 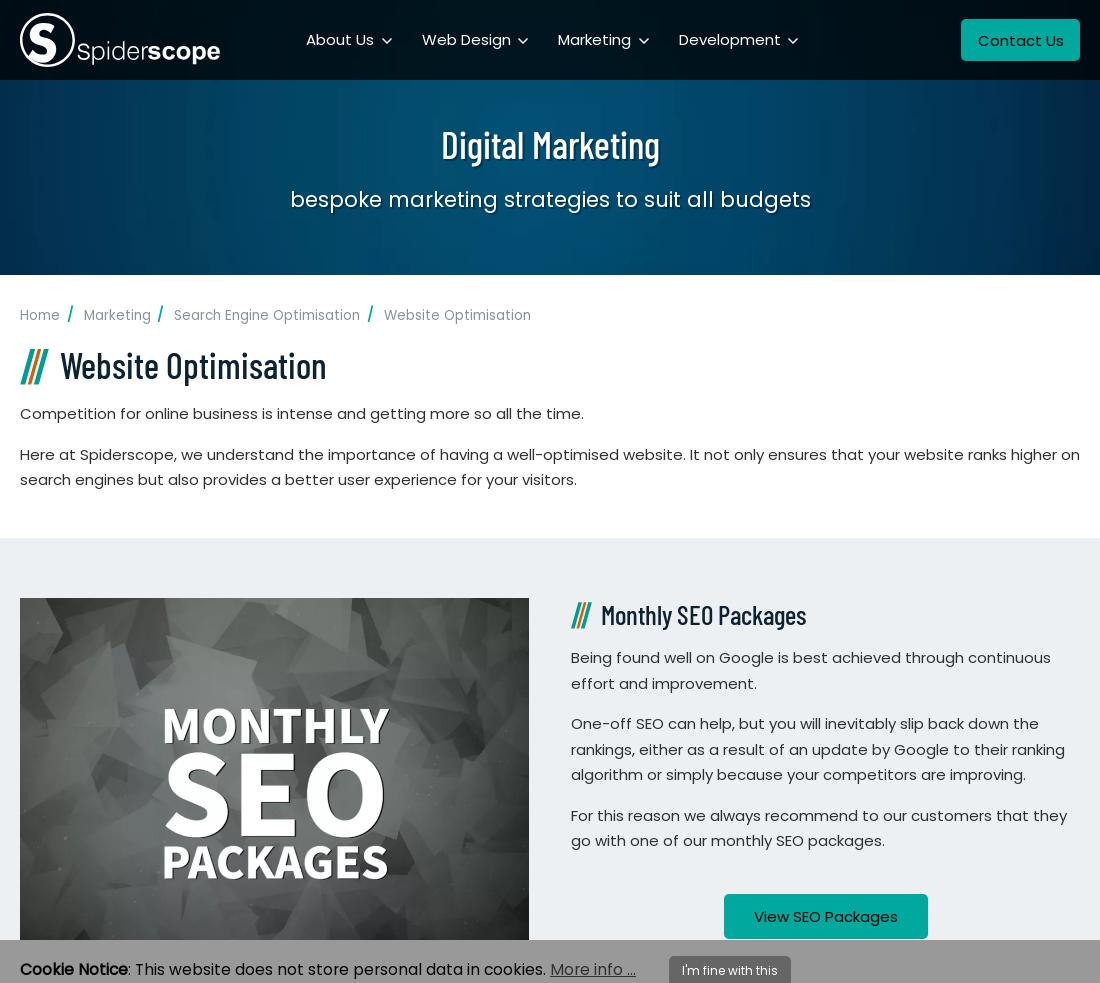 What do you see at coordinates (825, 916) in the screenshot?
I see `'View SEO Packages'` at bounding box center [825, 916].